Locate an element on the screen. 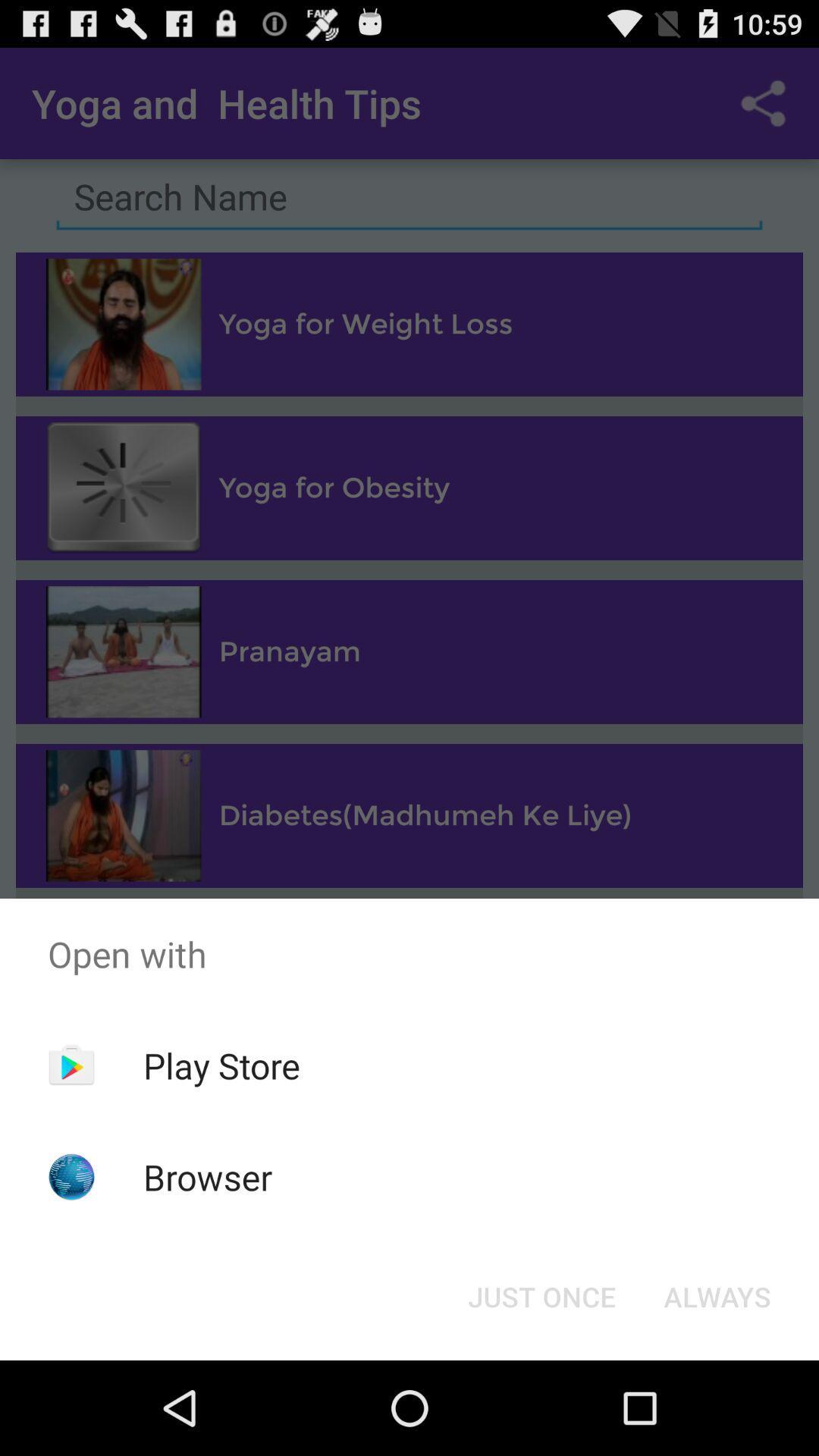 This screenshot has height=1456, width=819. the item next to just once icon is located at coordinates (717, 1295).